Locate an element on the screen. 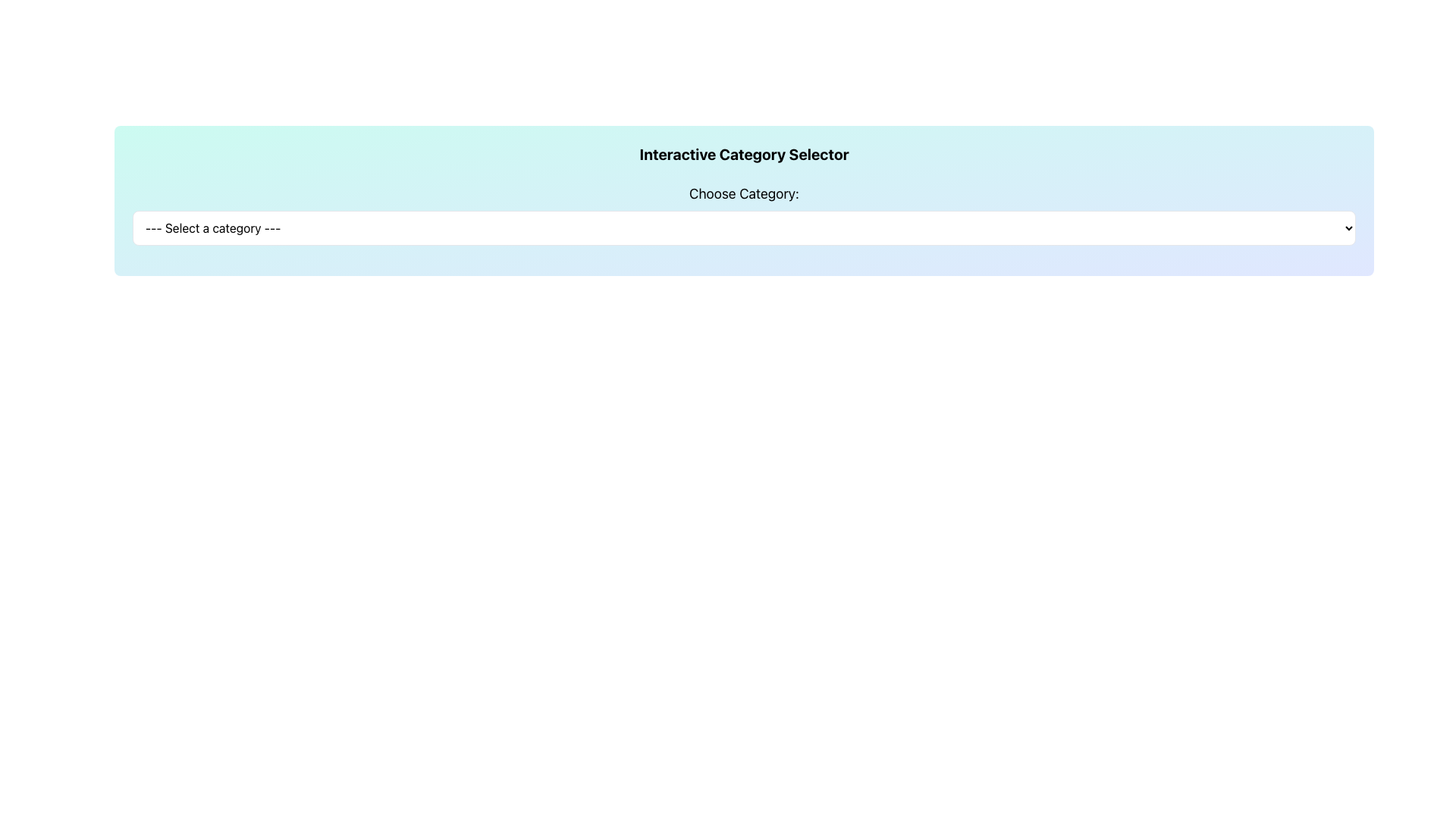 This screenshot has width=1456, height=819. the dropdown menu is located at coordinates (744, 214).